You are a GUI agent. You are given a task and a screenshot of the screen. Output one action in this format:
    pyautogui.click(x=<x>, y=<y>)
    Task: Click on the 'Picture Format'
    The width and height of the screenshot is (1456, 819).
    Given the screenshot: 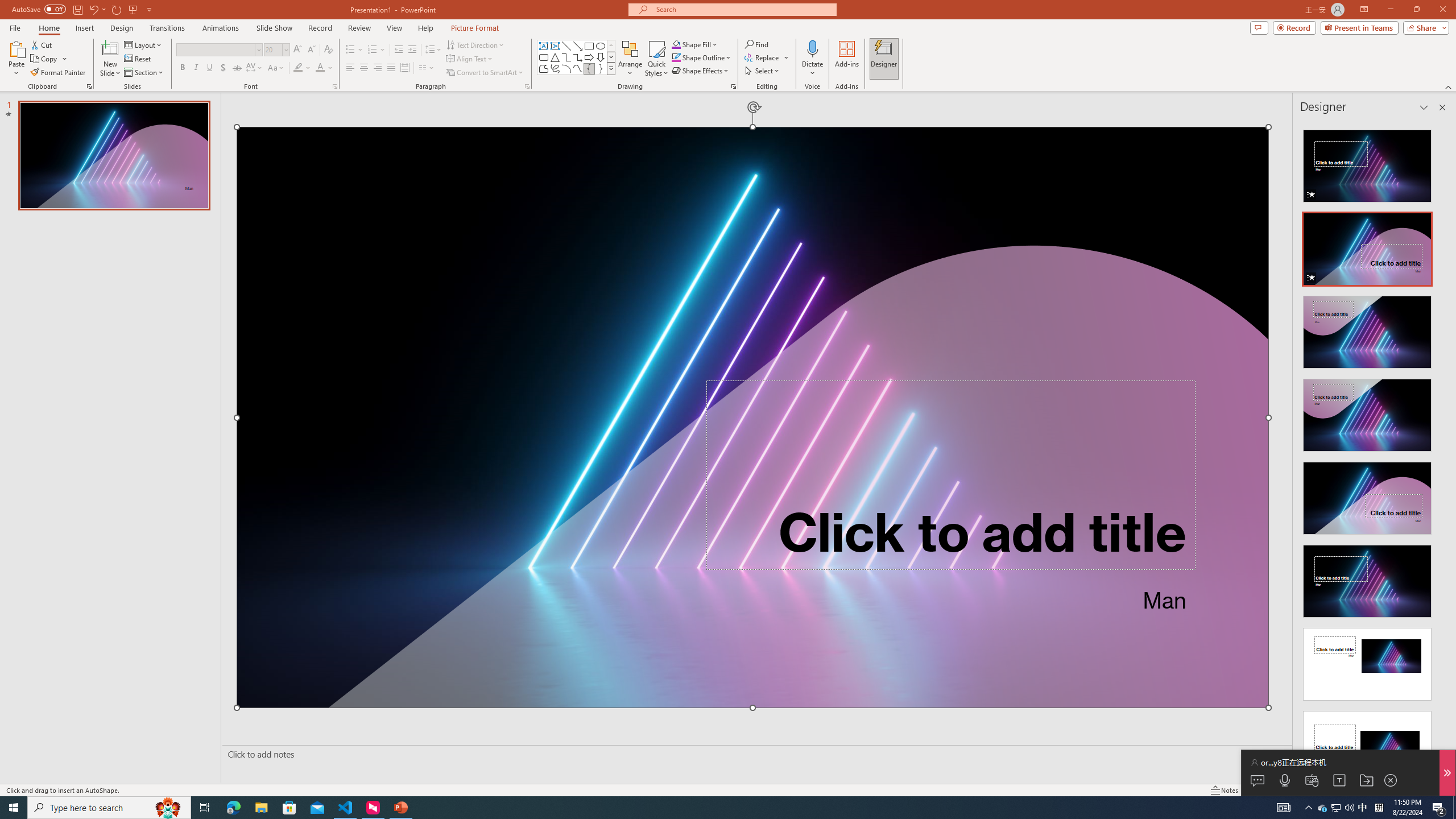 What is the action you would take?
    pyautogui.click(x=475, y=28)
    